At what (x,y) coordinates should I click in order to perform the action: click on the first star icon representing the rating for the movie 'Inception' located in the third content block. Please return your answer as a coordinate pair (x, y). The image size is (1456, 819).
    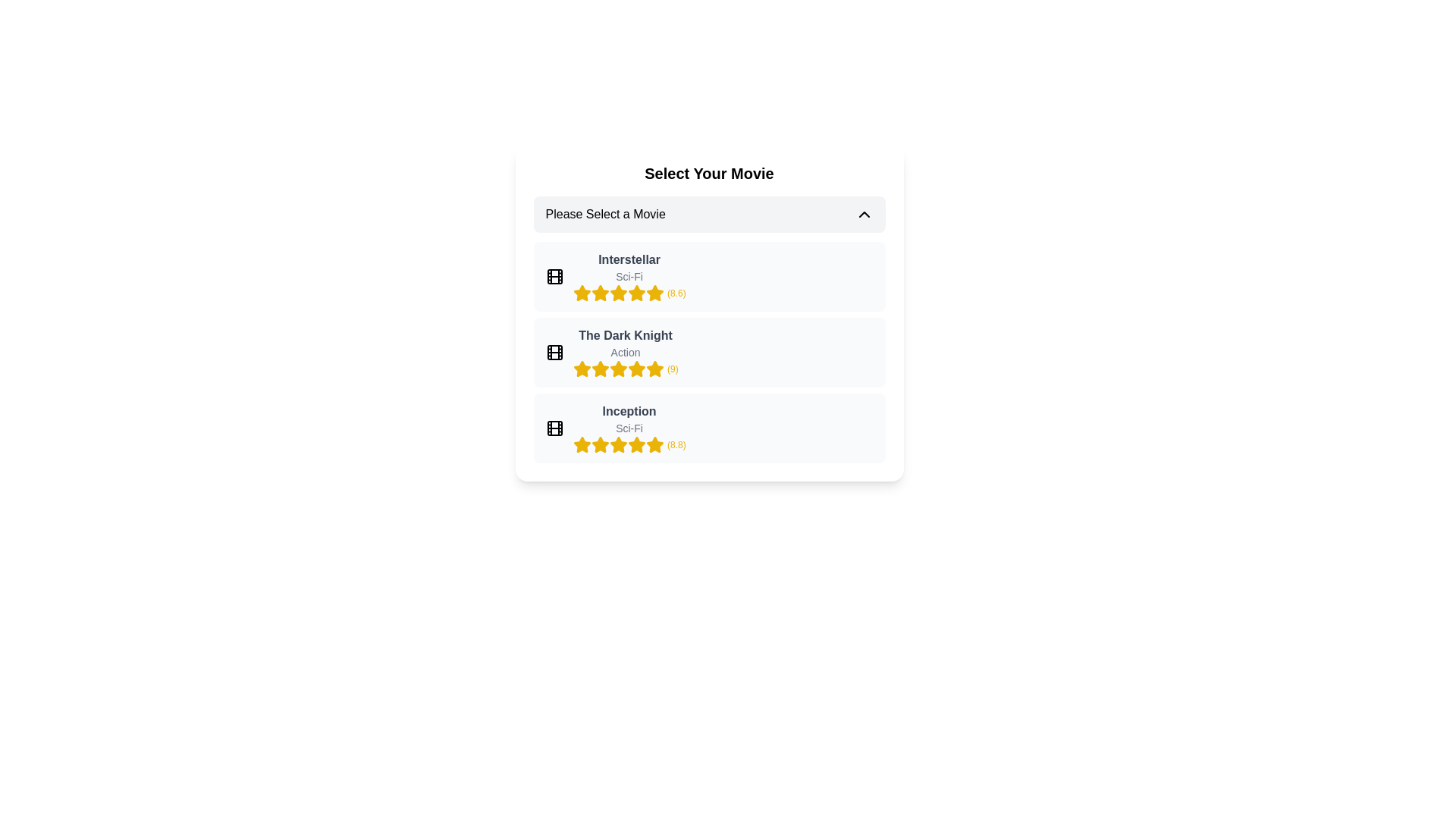
    Looking at the image, I should click on (581, 444).